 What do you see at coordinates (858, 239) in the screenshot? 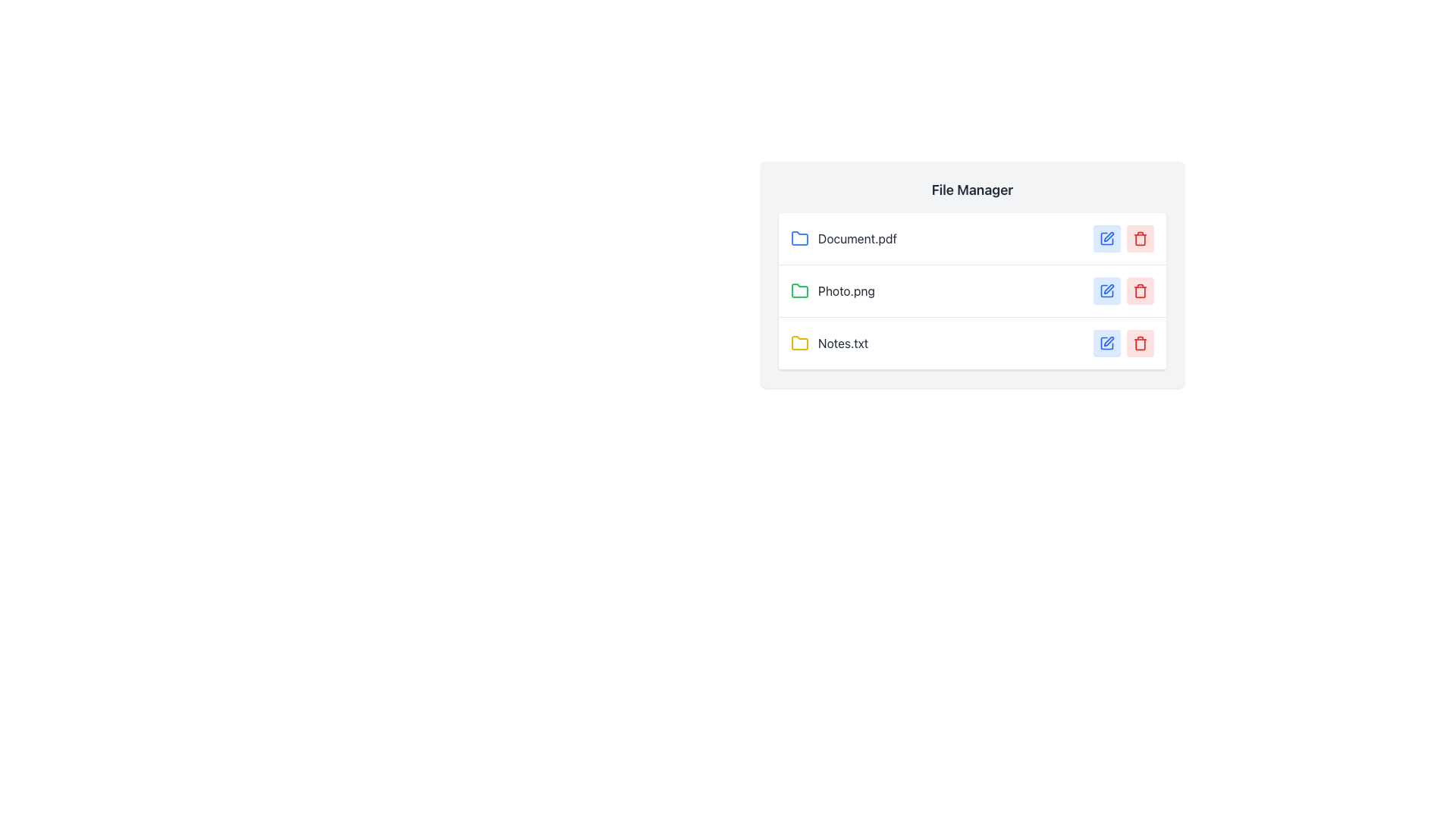
I see `the static text label that identifies the file 'Document.pdf' in the file manager list` at bounding box center [858, 239].